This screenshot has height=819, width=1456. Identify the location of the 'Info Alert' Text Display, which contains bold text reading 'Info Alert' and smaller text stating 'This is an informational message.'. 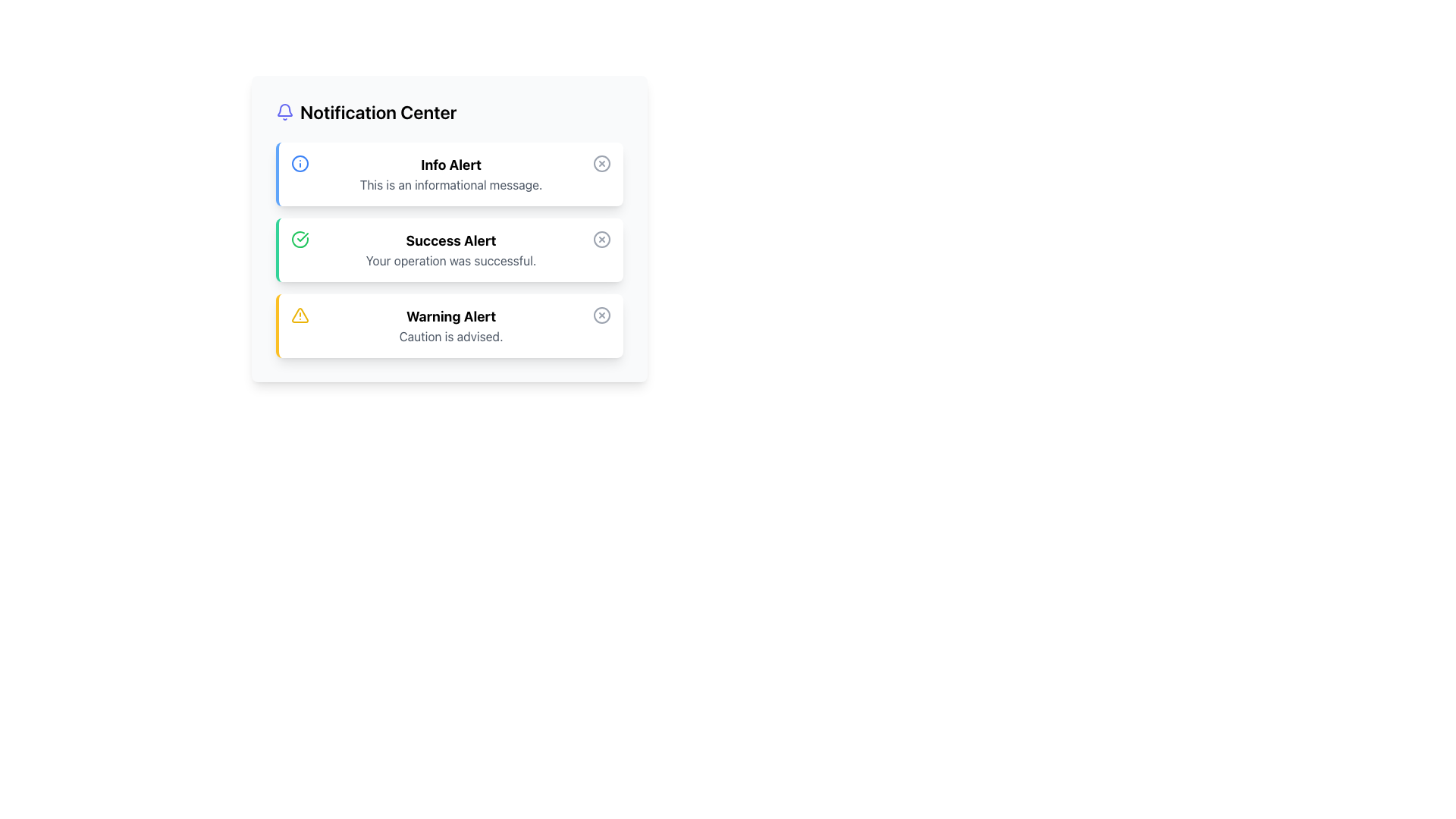
(450, 174).